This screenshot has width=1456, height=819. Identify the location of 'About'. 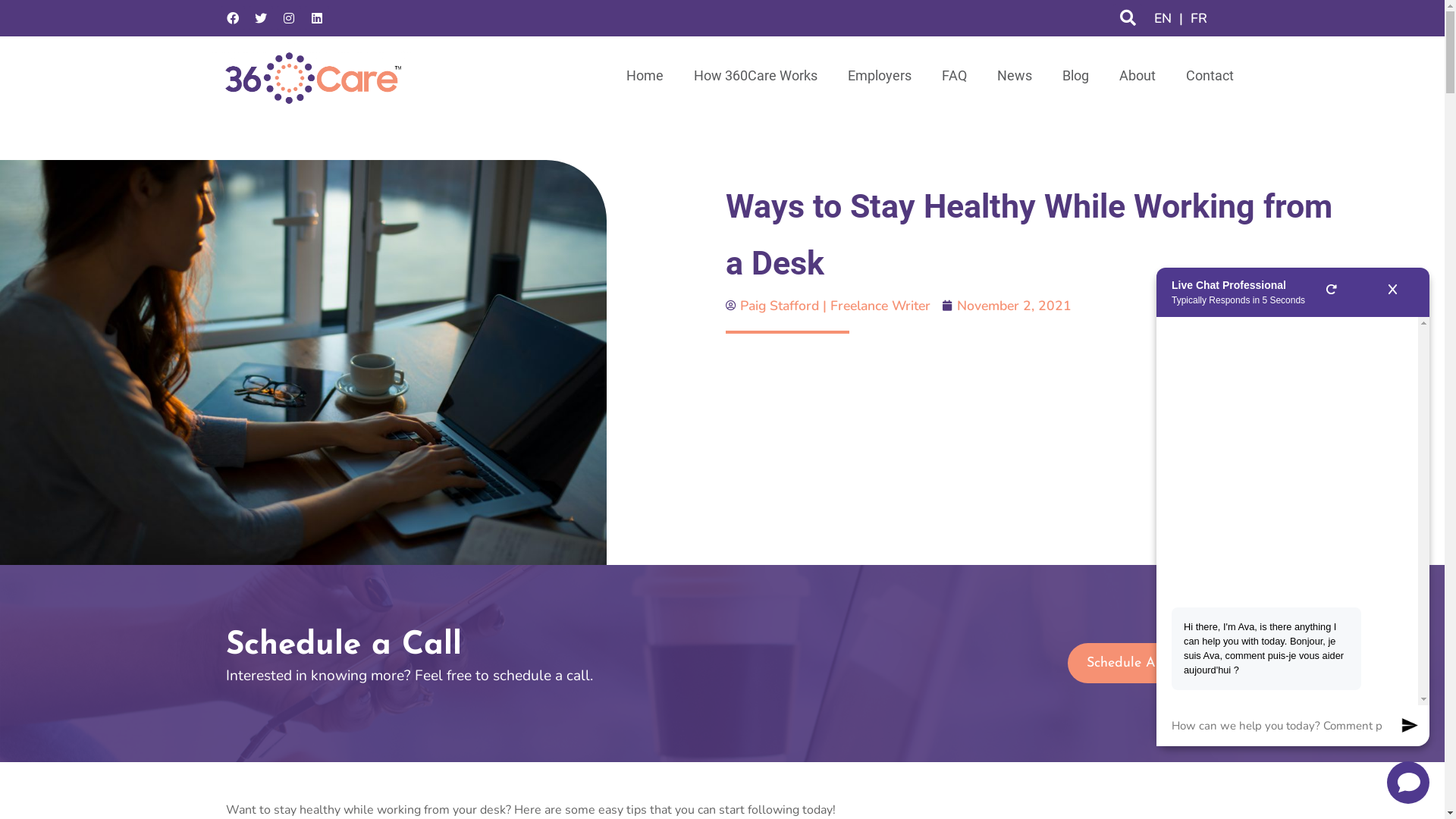
(1137, 76).